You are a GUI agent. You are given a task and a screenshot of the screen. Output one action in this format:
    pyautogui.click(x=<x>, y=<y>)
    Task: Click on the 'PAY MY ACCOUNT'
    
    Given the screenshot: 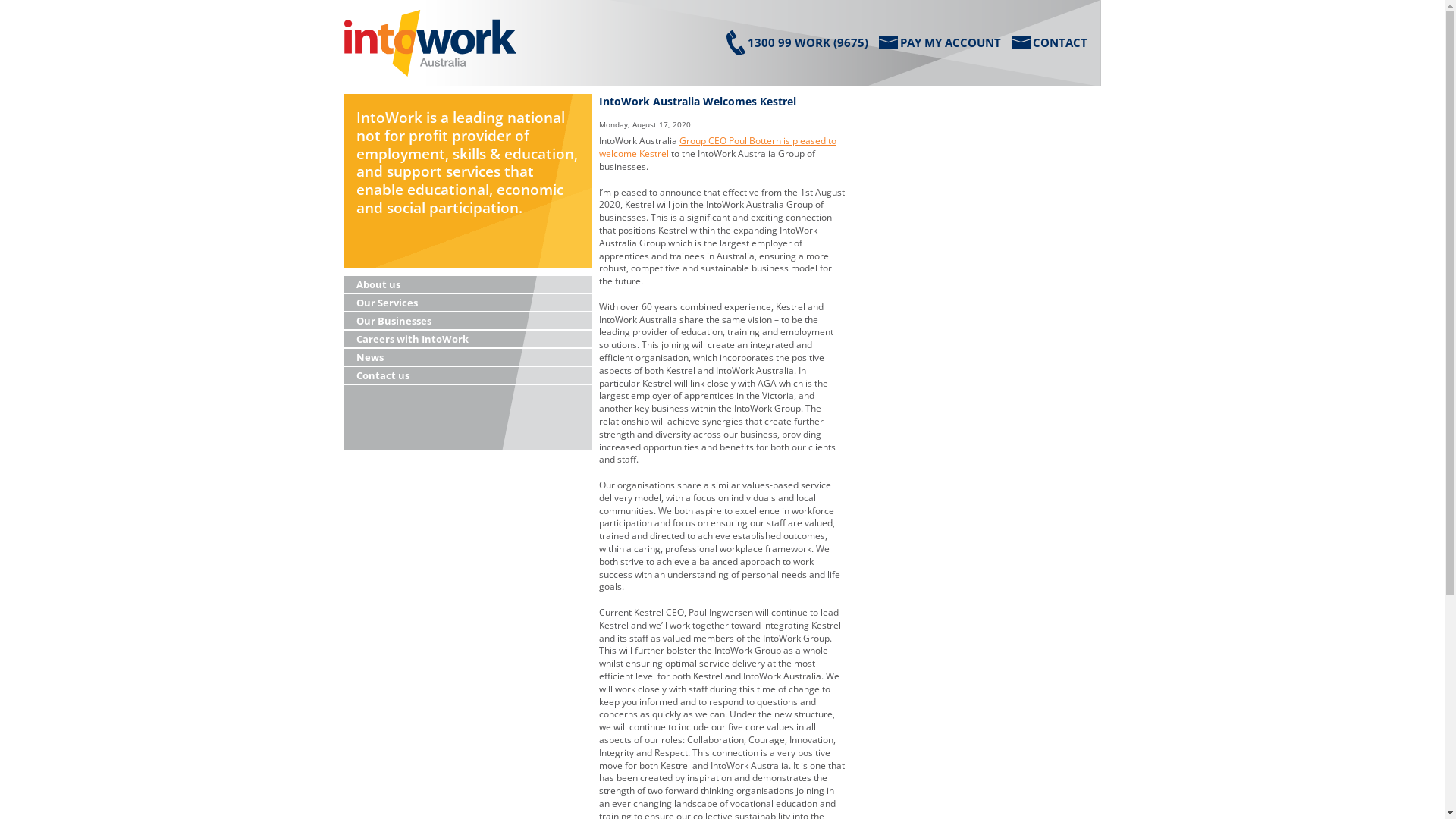 What is the action you would take?
    pyautogui.click(x=938, y=42)
    